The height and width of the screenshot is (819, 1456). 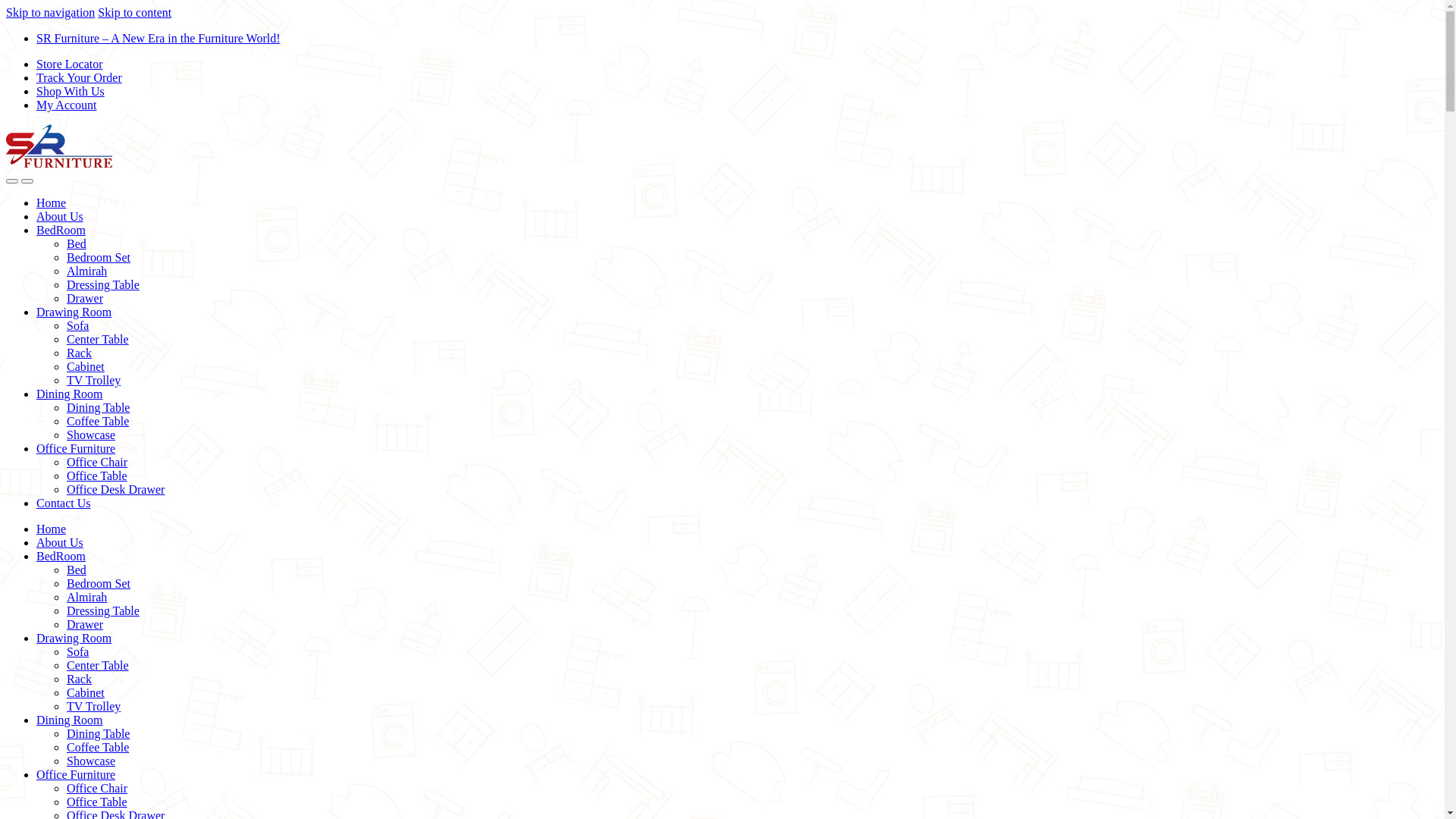 I want to click on 'Office Desk Drawer', so click(x=115, y=489).